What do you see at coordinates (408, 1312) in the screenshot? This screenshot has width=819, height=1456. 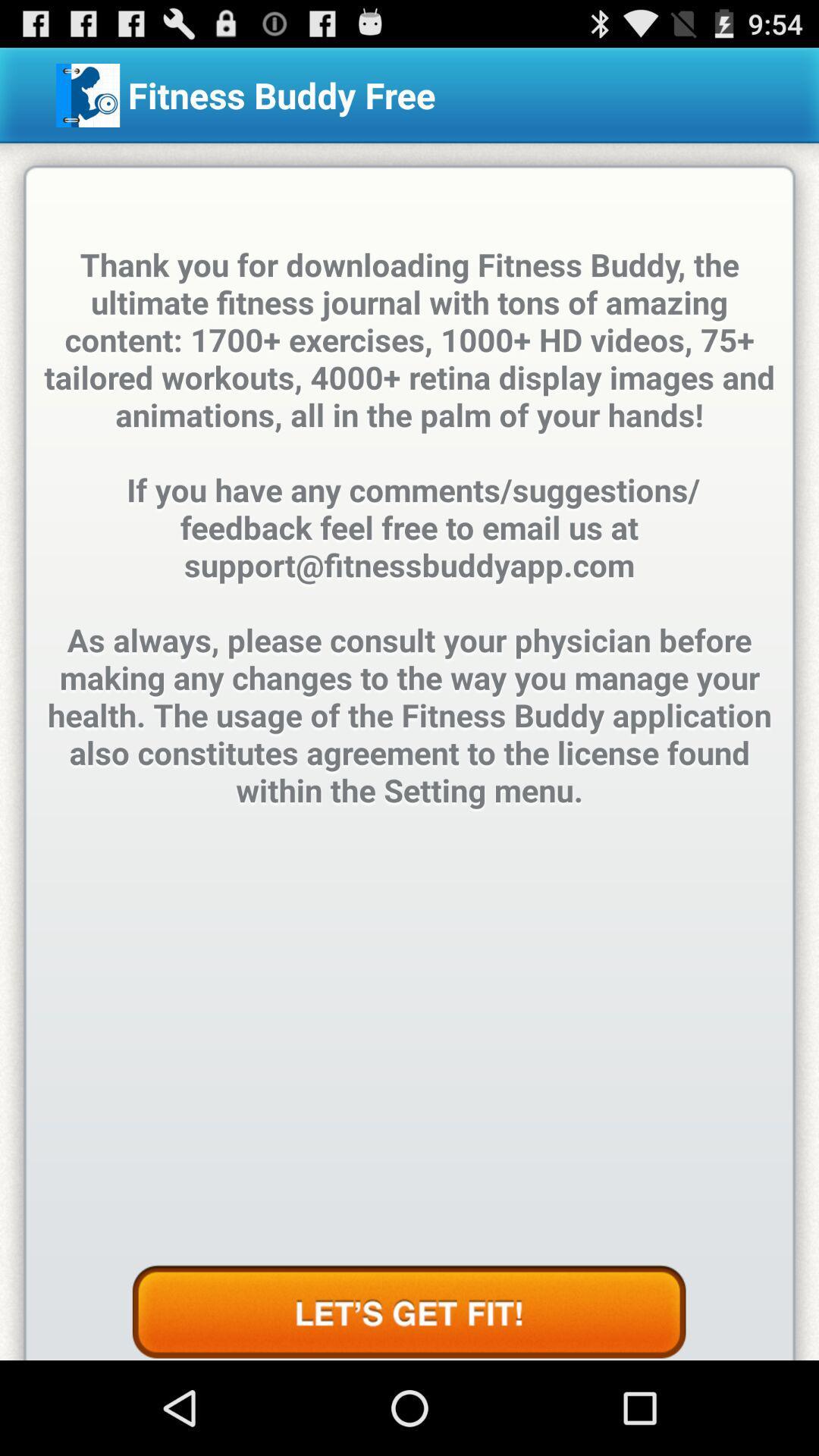 I see `activation` at bounding box center [408, 1312].